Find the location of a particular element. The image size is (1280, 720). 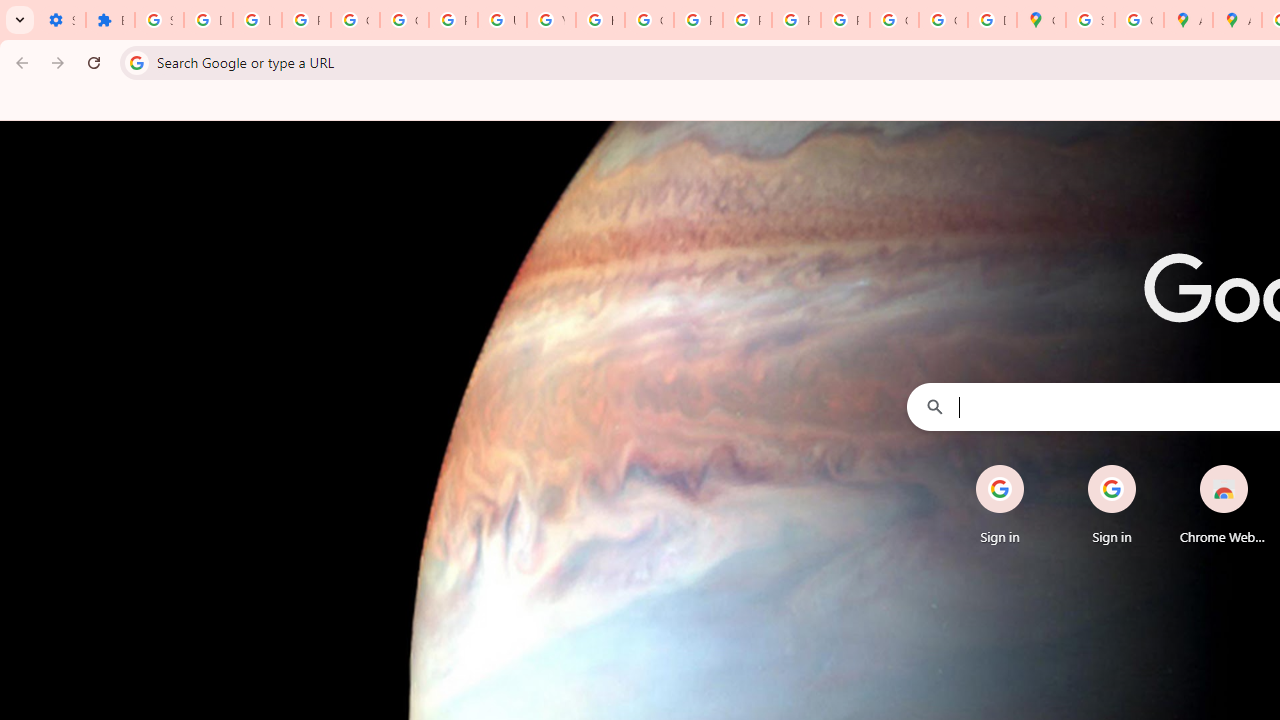

'Privacy Help Center - Policies Help' is located at coordinates (698, 20).